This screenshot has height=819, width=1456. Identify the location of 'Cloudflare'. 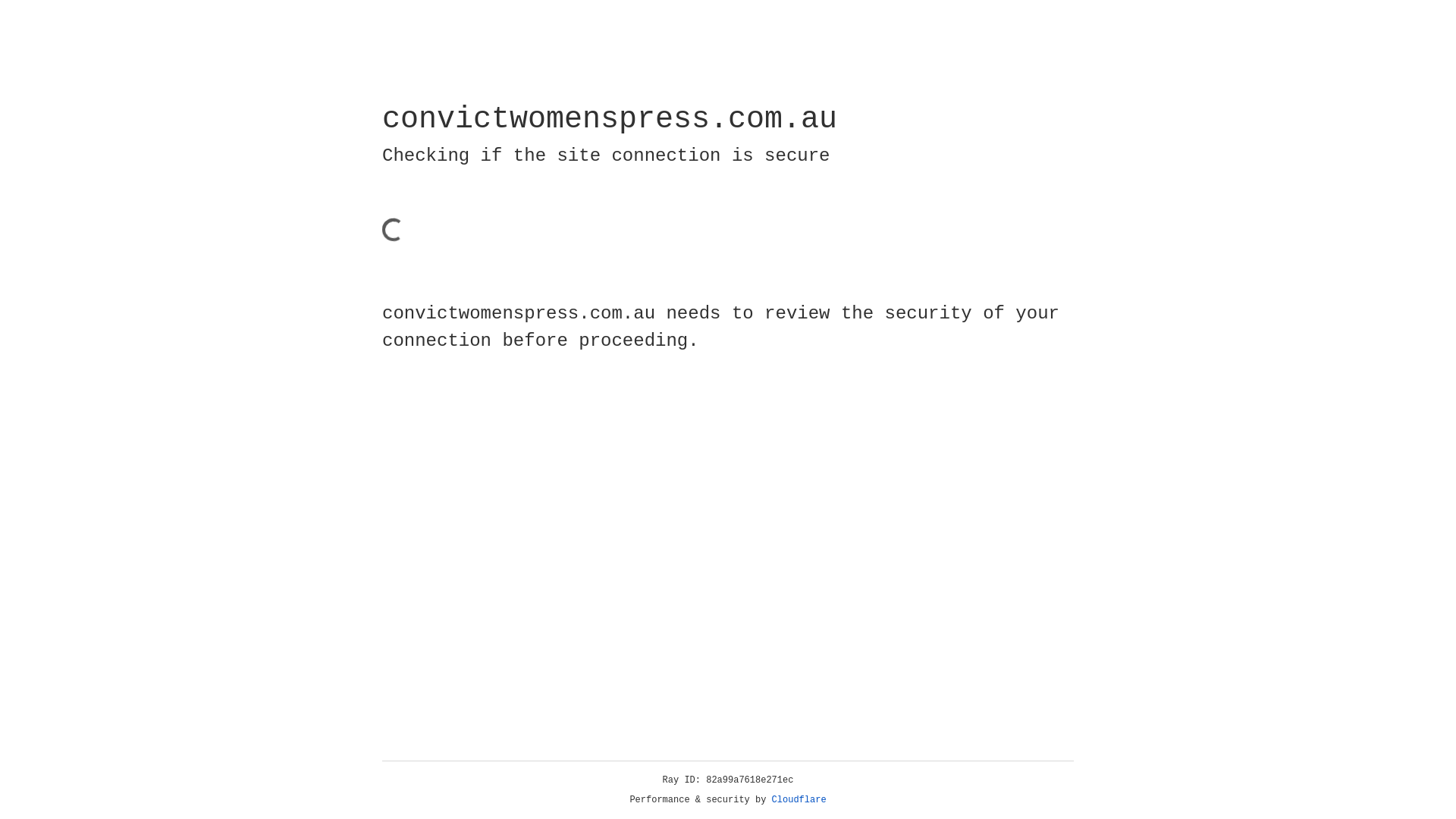
(799, 799).